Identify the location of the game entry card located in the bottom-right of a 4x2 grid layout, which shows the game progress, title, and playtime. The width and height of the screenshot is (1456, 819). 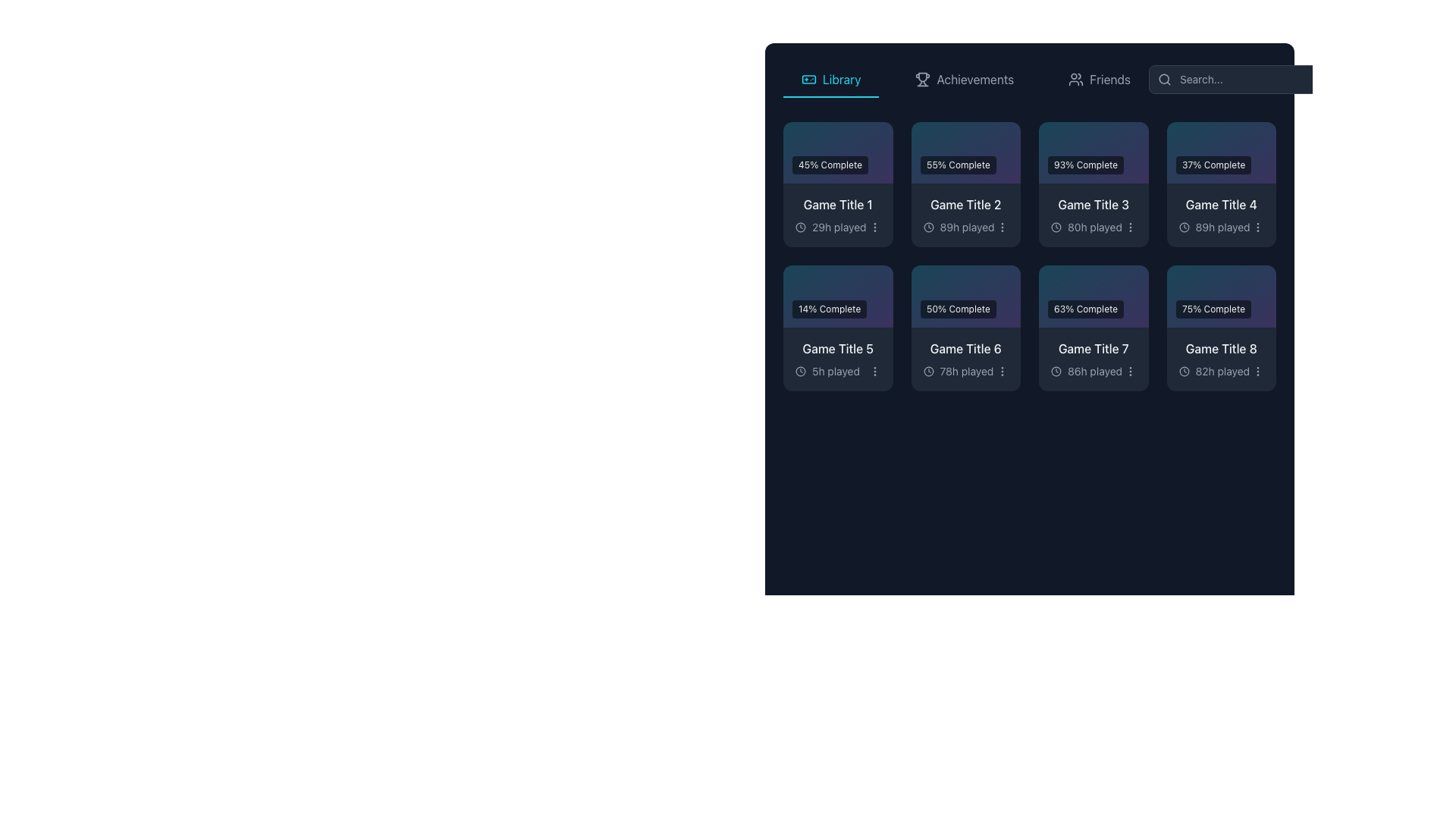
(1221, 327).